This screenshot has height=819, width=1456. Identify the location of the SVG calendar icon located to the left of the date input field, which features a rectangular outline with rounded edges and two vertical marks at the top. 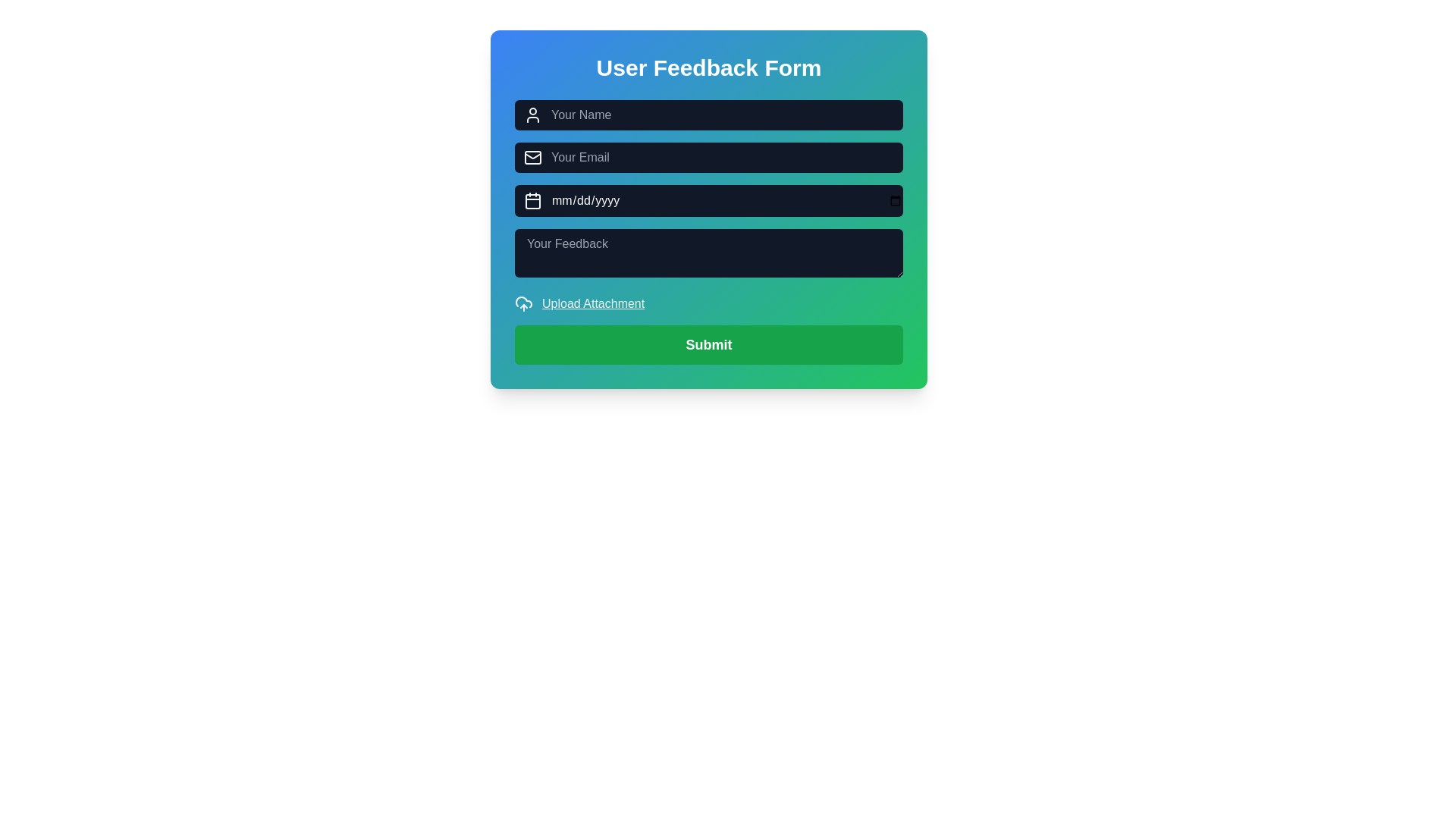
(532, 200).